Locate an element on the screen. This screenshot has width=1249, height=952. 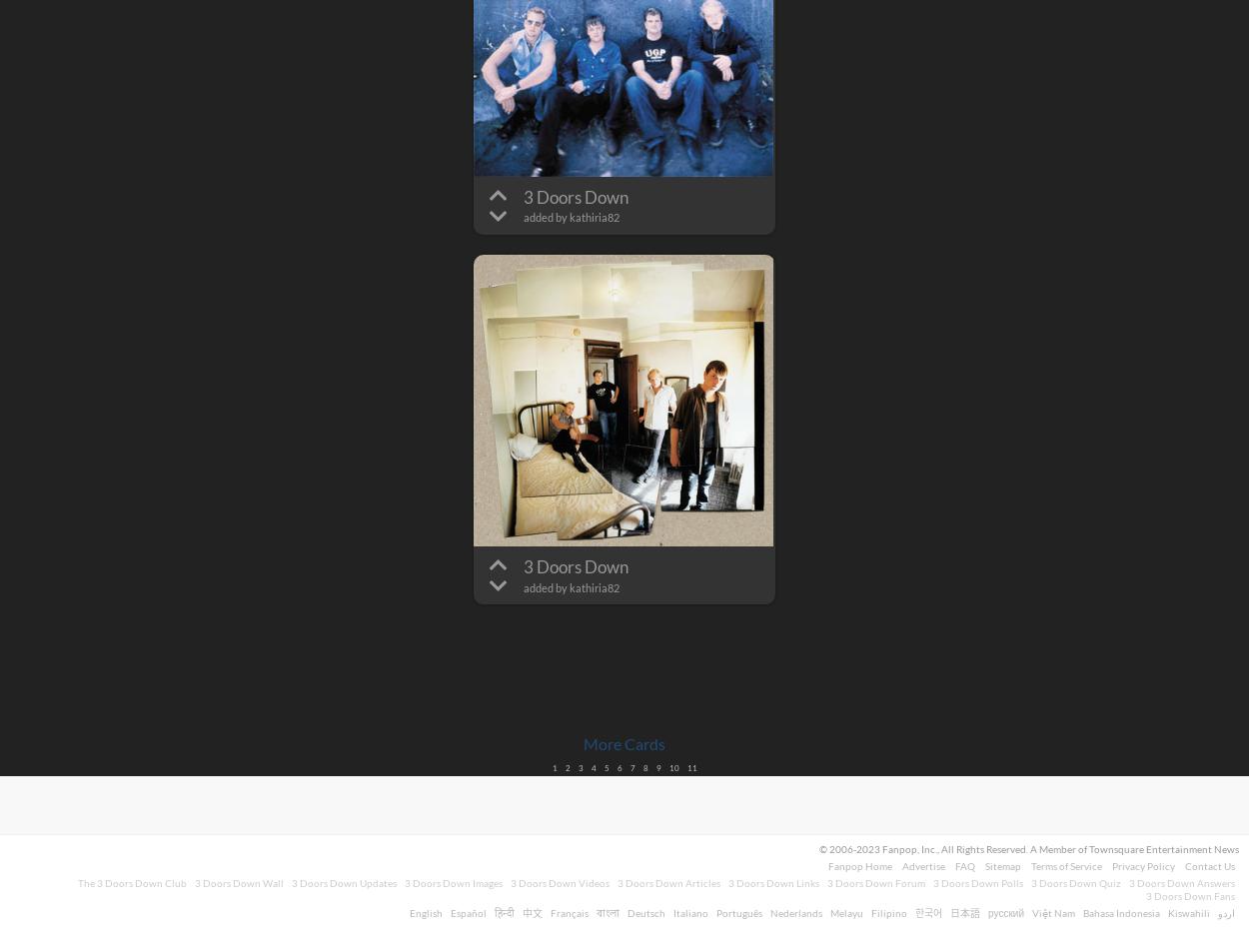
'3 Doors Down Forum' is located at coordinates (826, 883).